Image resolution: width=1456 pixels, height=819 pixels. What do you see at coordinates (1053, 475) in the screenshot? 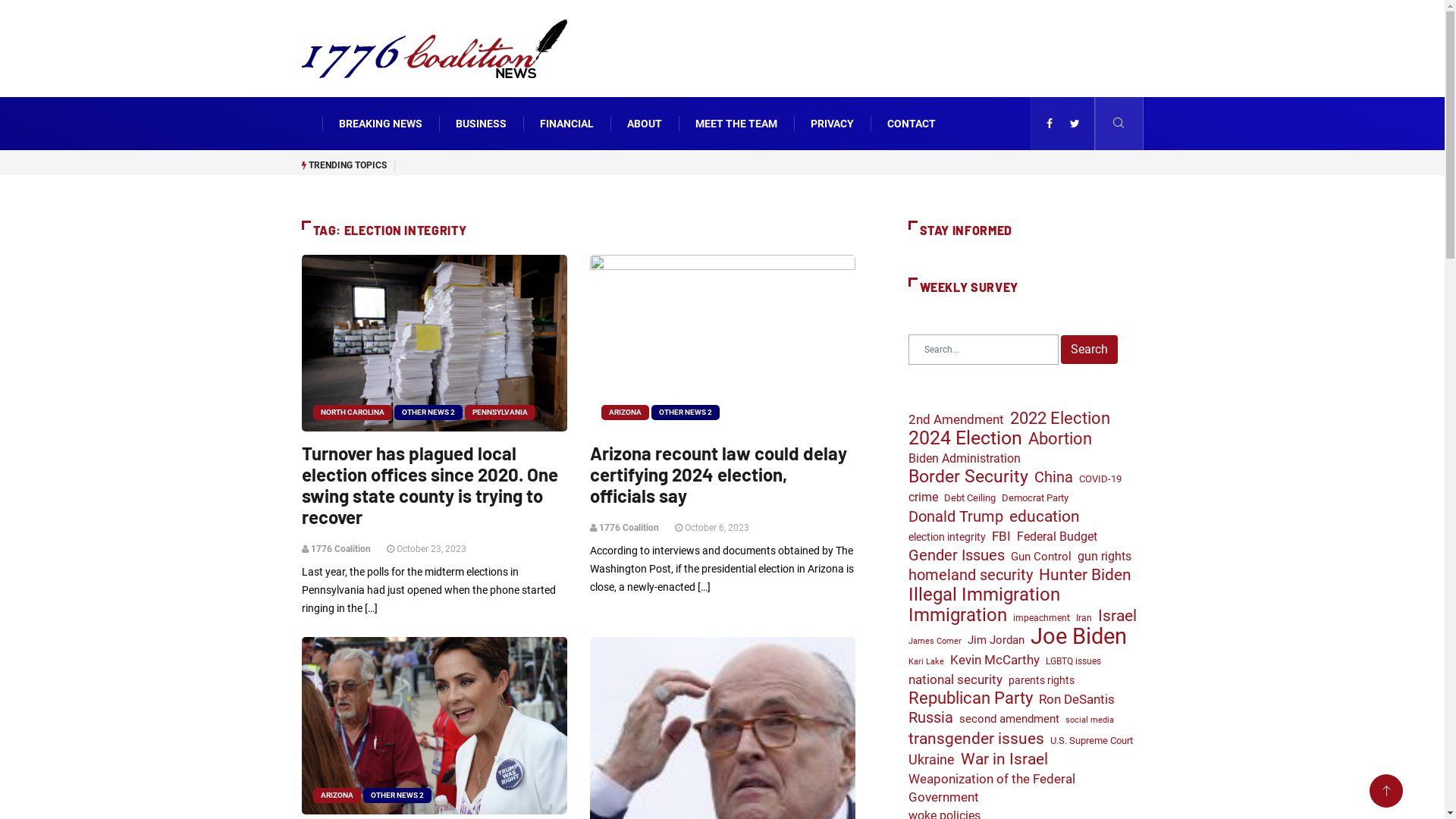
I see `'China'` at bounding box center [1053, 475].